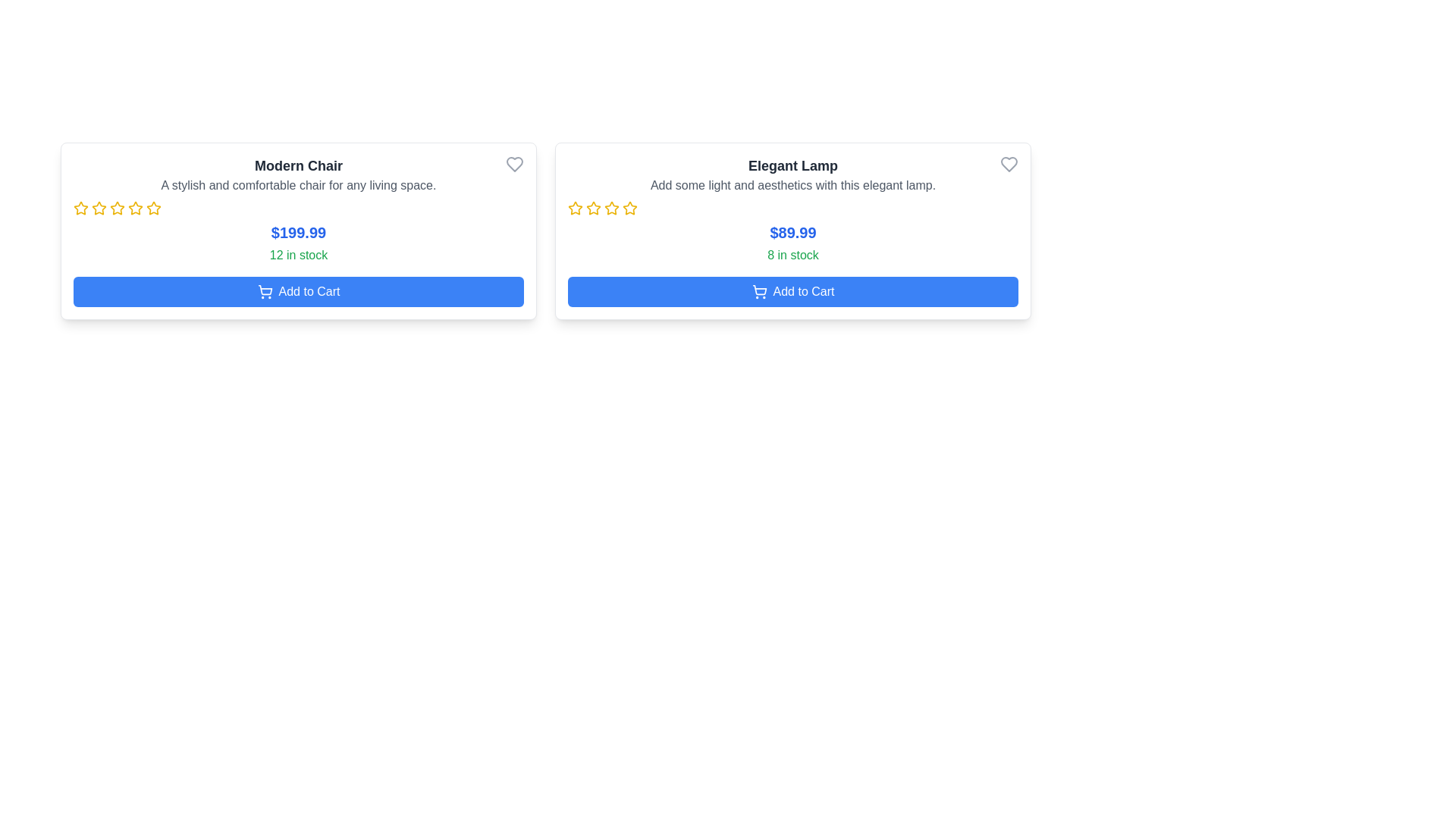 Image resolution: width=1456 pixels, height=819 pixels. What do you see at coordinates (792, 208) in the screenshot?
I see `the value of the Rating component represented by visual stars for the 'Elegant Lamp' product, located centrally beneath the tagline and above the price` at bounding box center [792, 208].